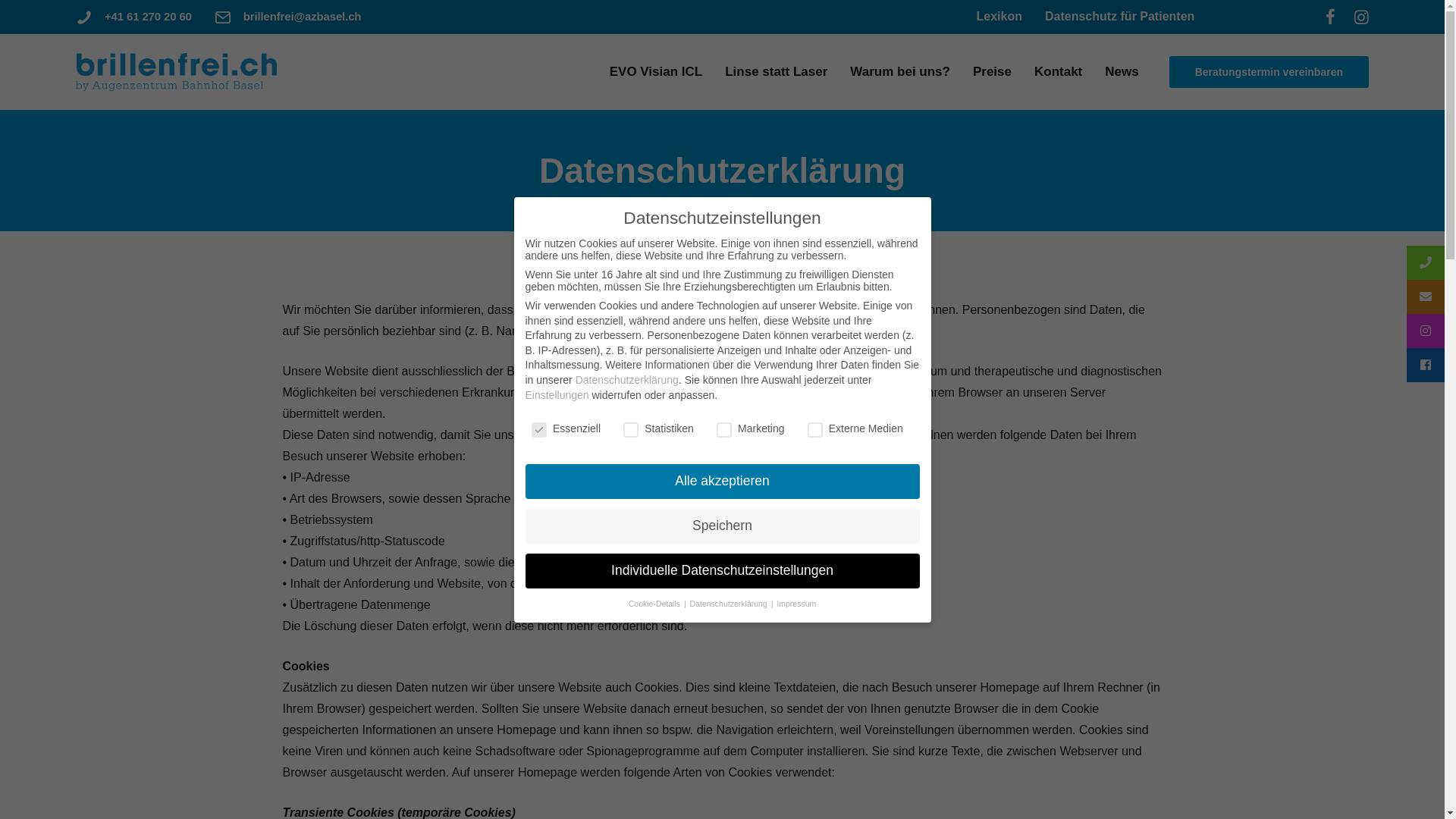  I want to click on 'Lexikon', so click(998, 16).